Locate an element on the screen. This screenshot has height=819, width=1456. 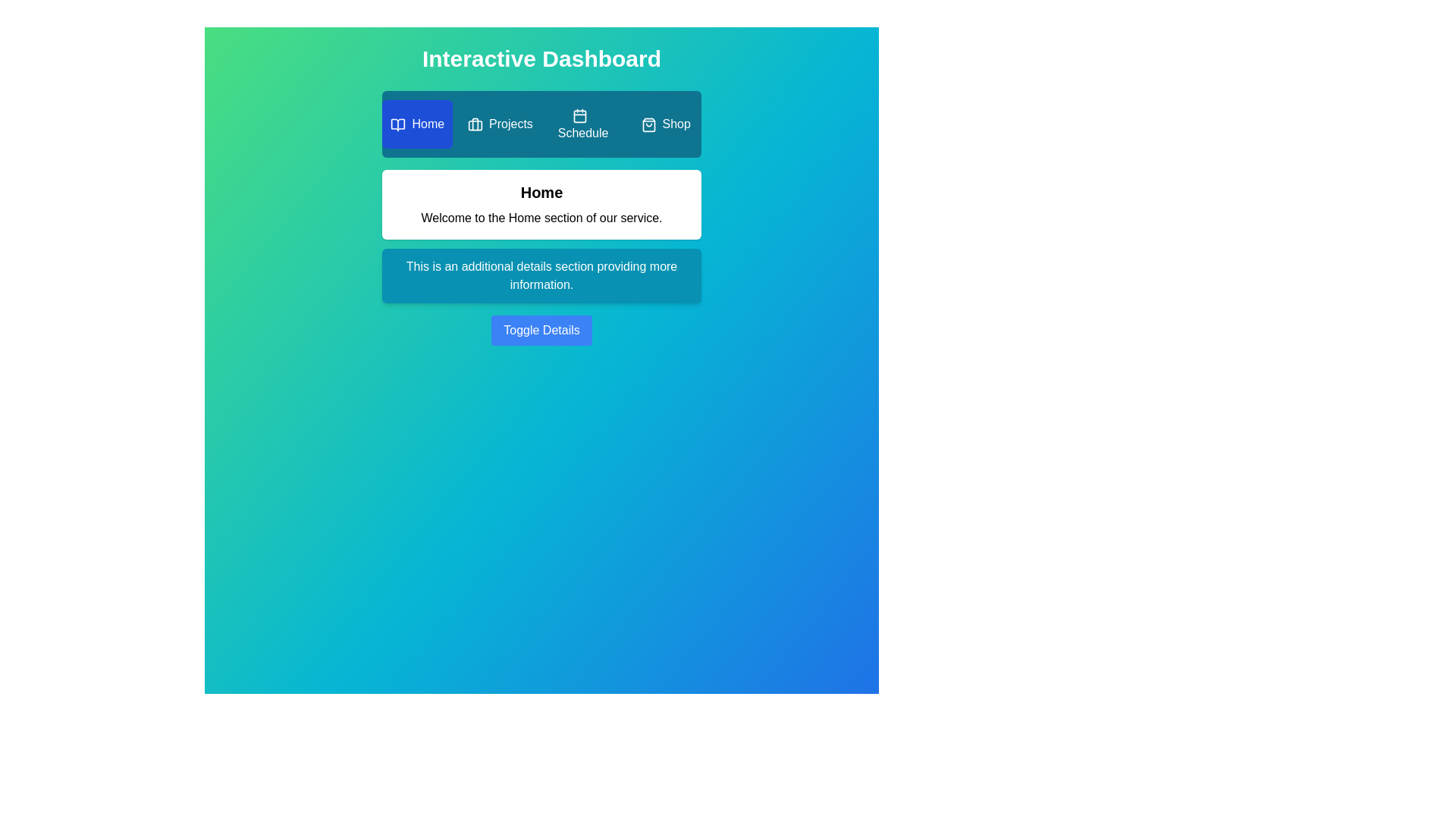
the icon of the Shop tab to observe its context is located at coordinates (648, 124).